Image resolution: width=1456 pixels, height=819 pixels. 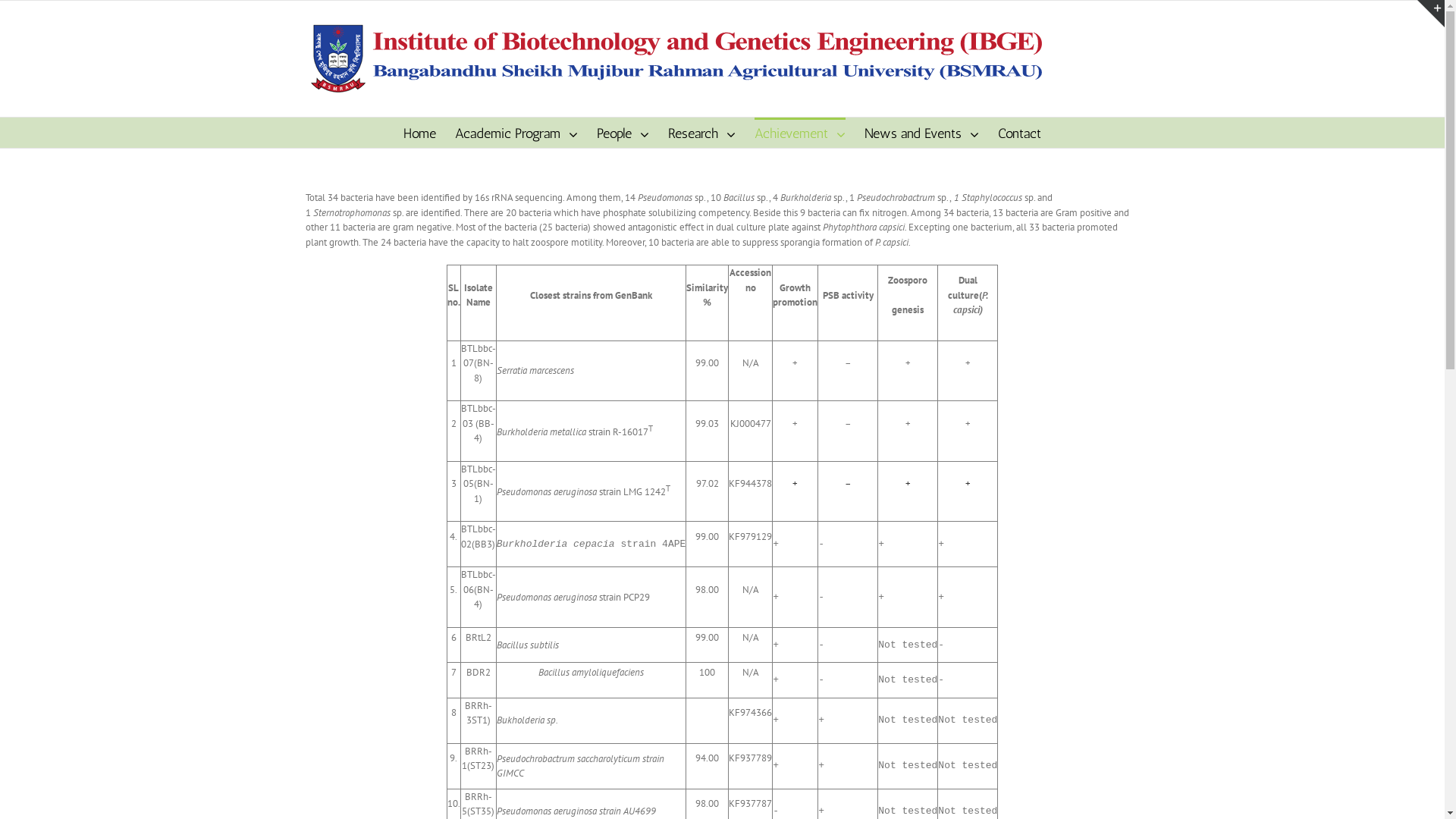 I want to click on 'Achievement', so click(x=799, y=131).